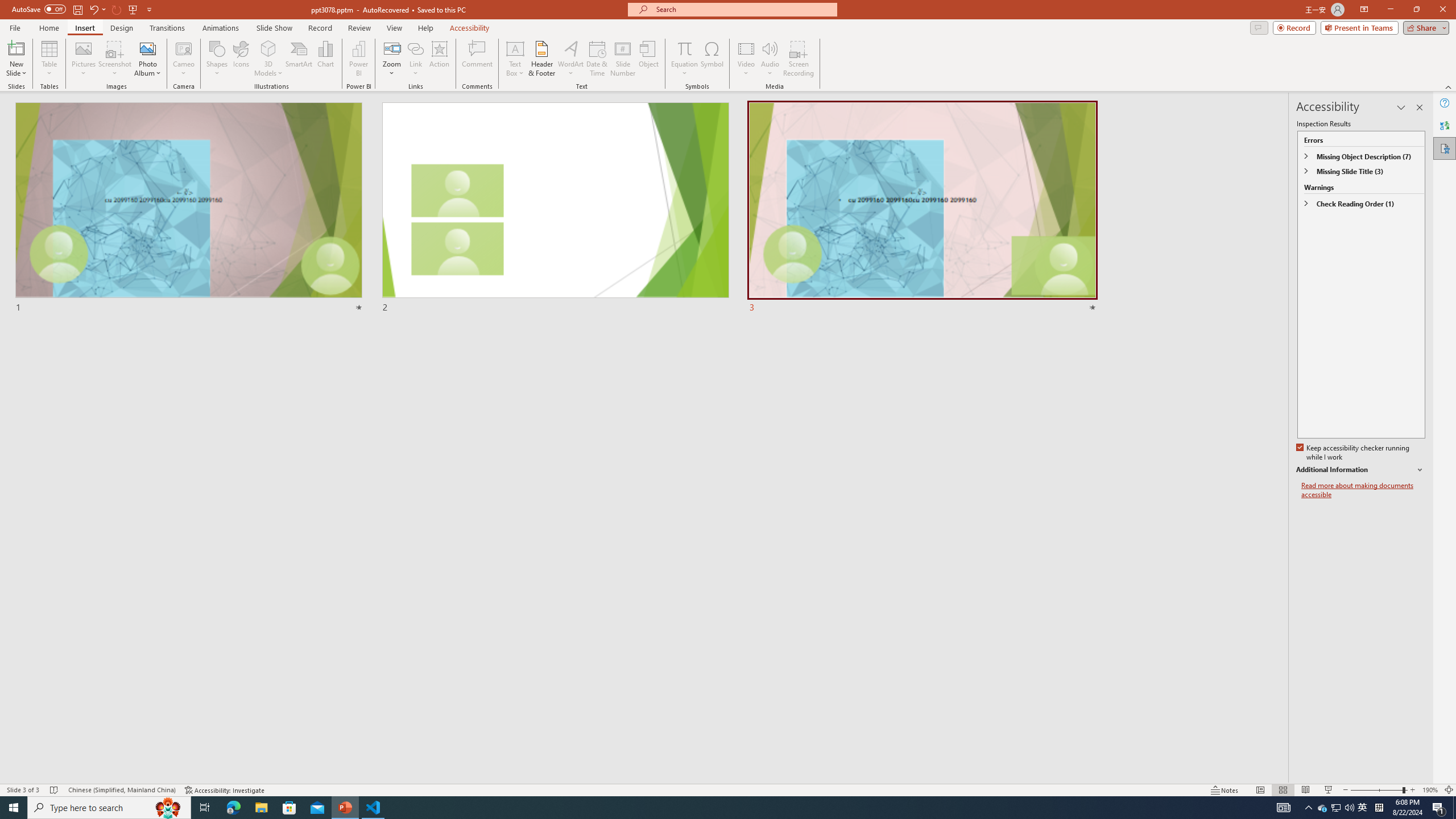 The height and width of the screenshot is (819, 1456). What do you see at coordinates (1354, 453) in the screenshot?
I see `'Keep accessibility checker running while I work'` at bounding box center [1354, 453].